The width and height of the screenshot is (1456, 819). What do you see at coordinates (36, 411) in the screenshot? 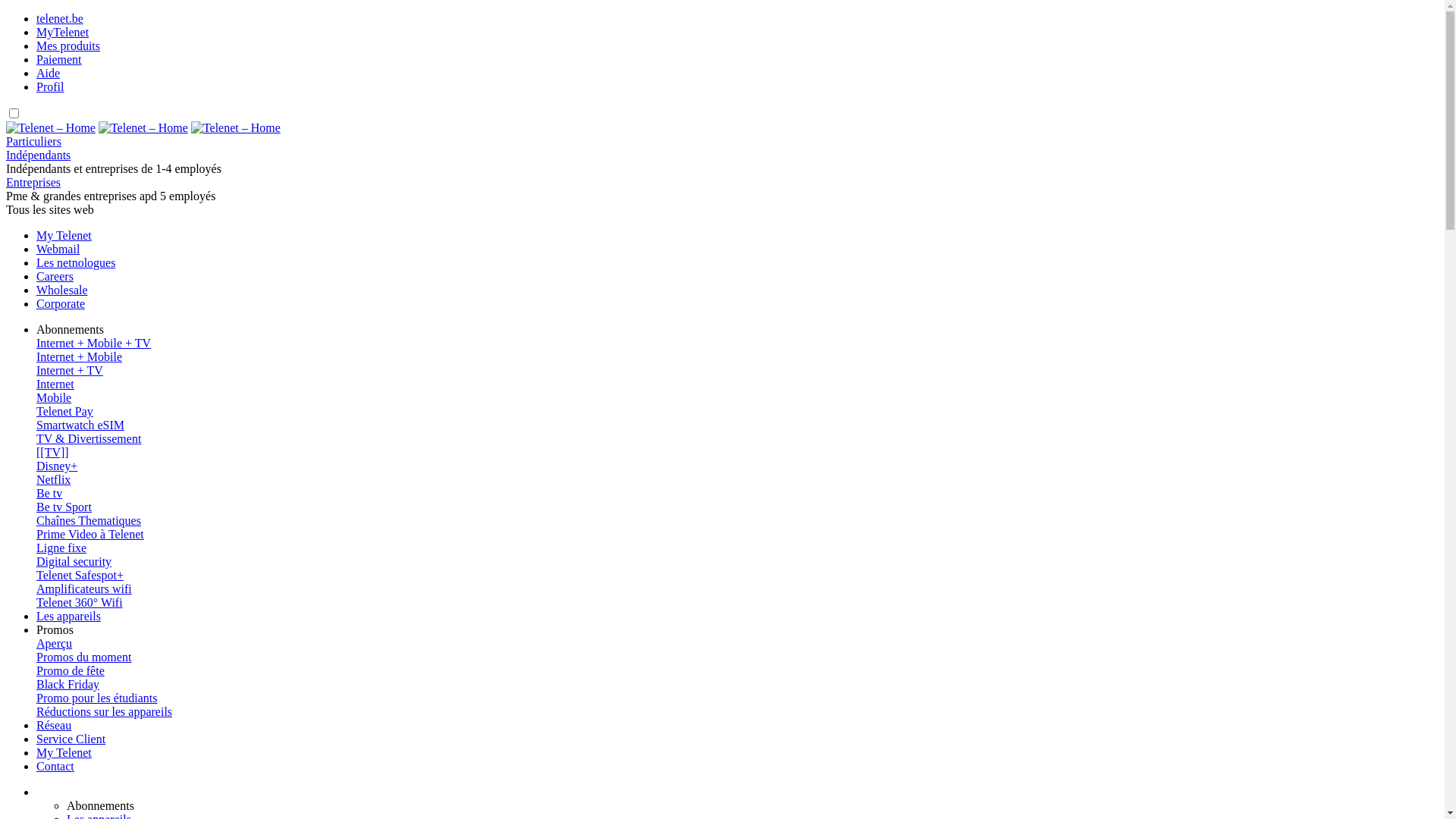
I see `'Telenet Pay'` at bounding box center [36, 411].